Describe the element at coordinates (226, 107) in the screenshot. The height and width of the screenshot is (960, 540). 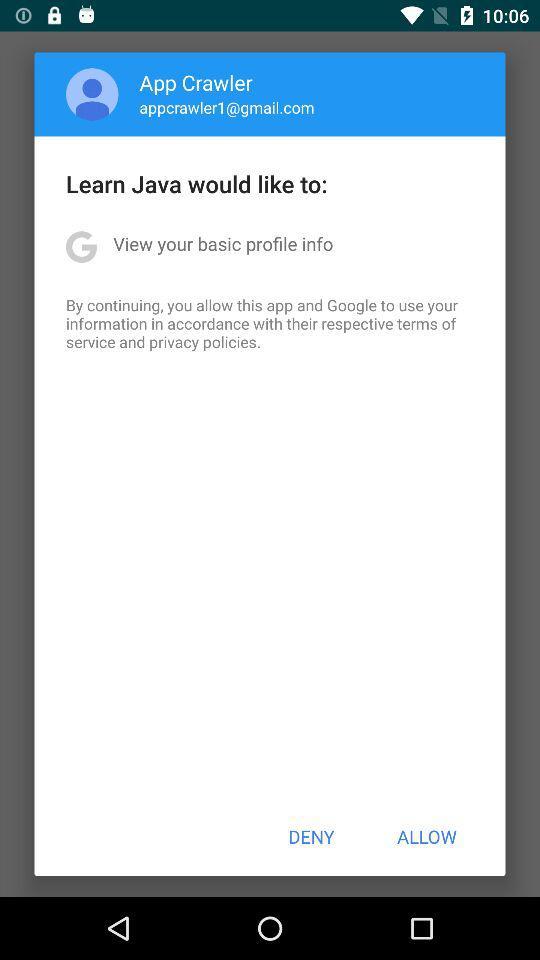
I see `appcrawler1@gmail.com app` at that location.